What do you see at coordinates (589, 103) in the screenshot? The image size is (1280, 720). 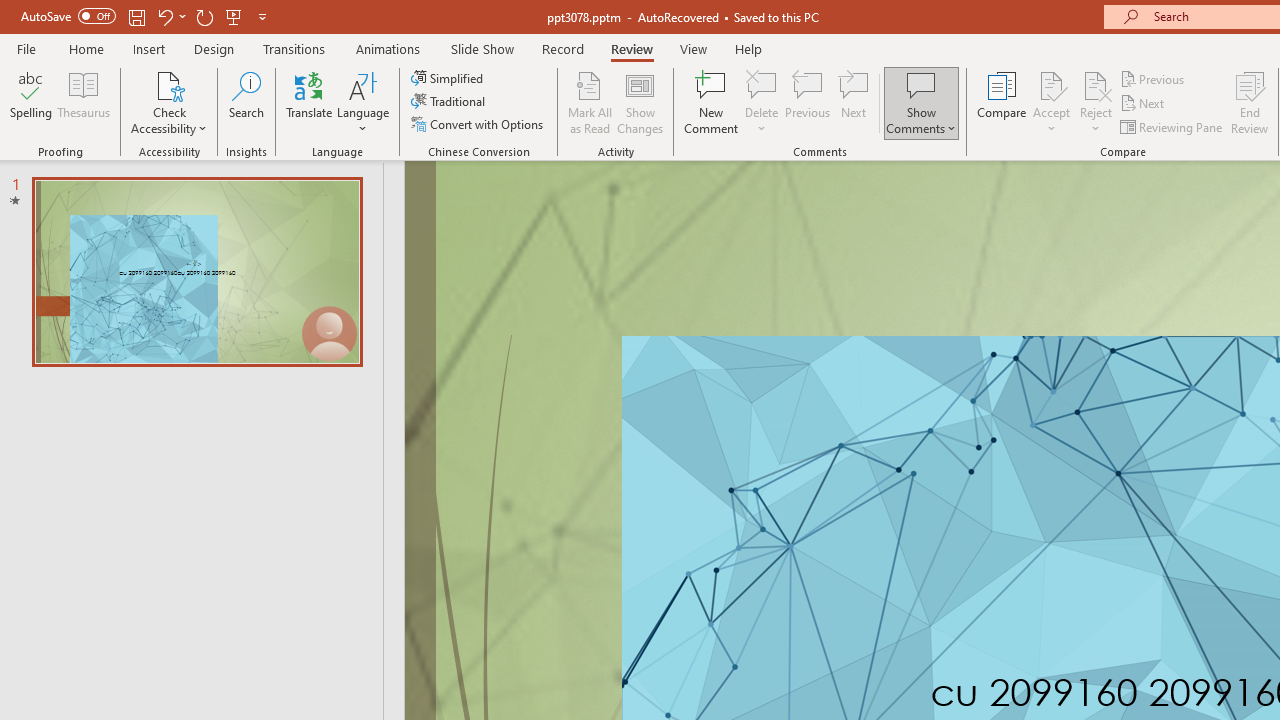 I see `'Mark All as Read'` at bounding box center [589, 103].